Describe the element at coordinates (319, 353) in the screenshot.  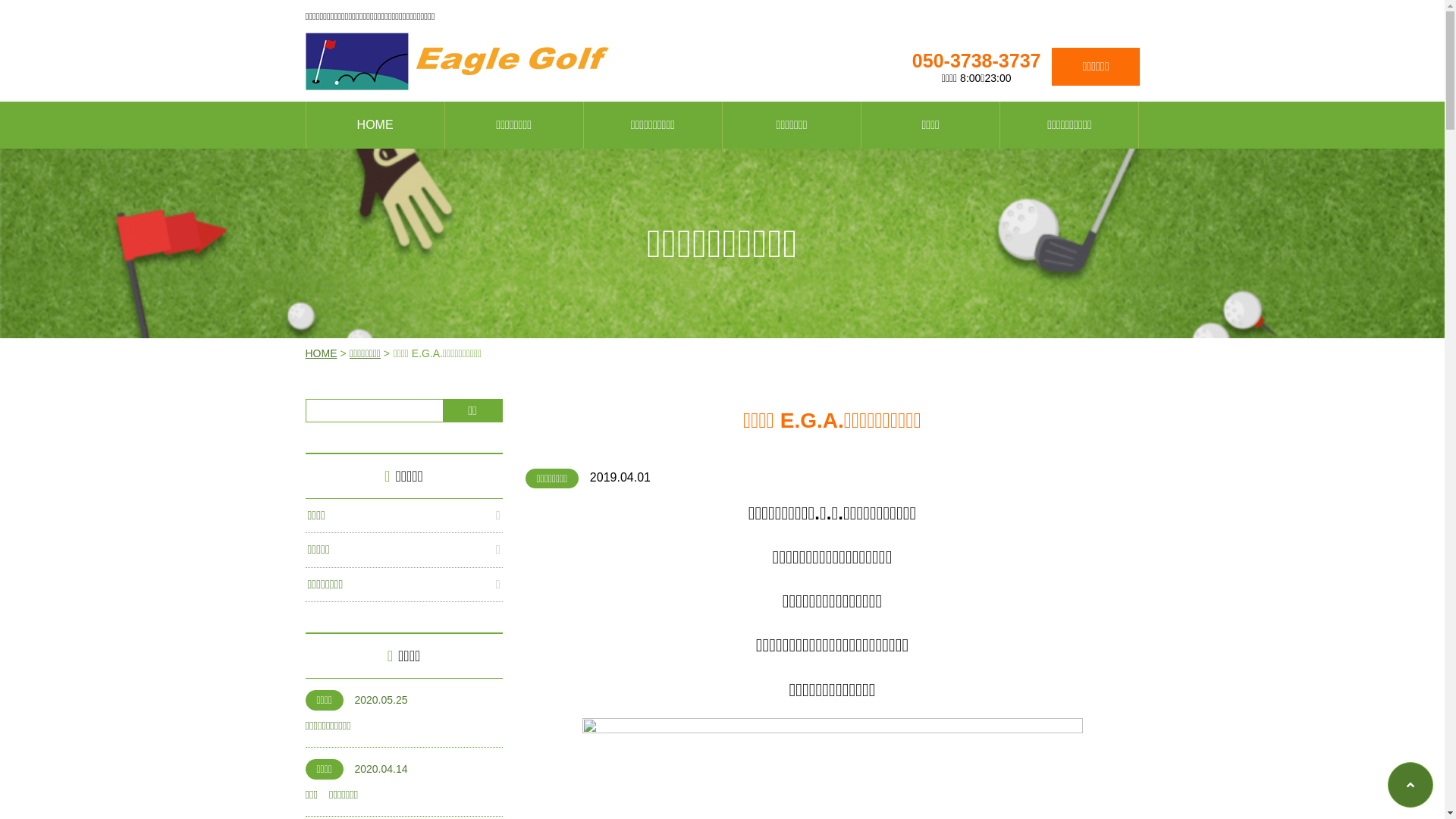
I see `'HOME'` at that location.